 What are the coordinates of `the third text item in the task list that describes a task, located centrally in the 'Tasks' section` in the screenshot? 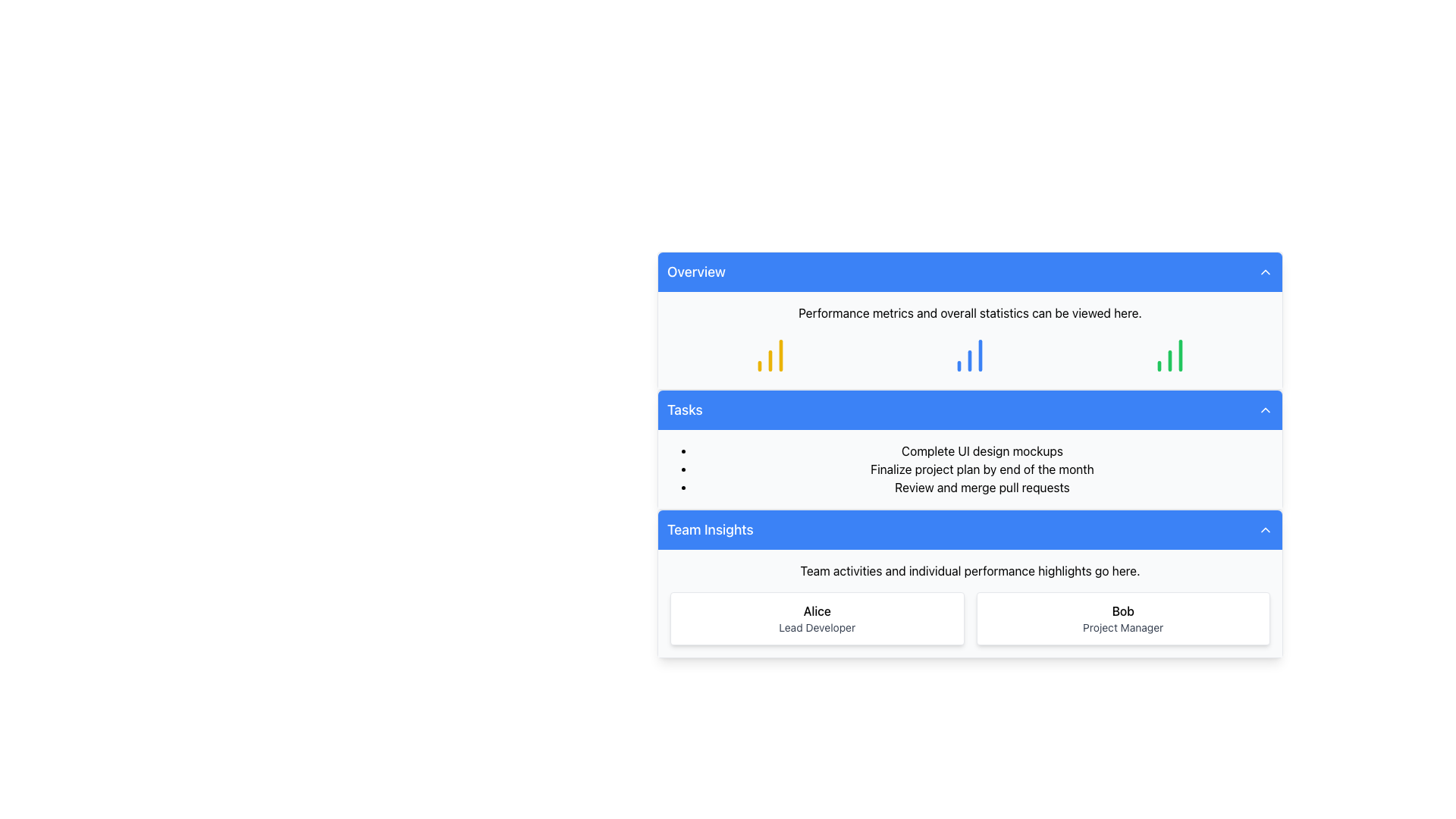 It's located at (982, 488).